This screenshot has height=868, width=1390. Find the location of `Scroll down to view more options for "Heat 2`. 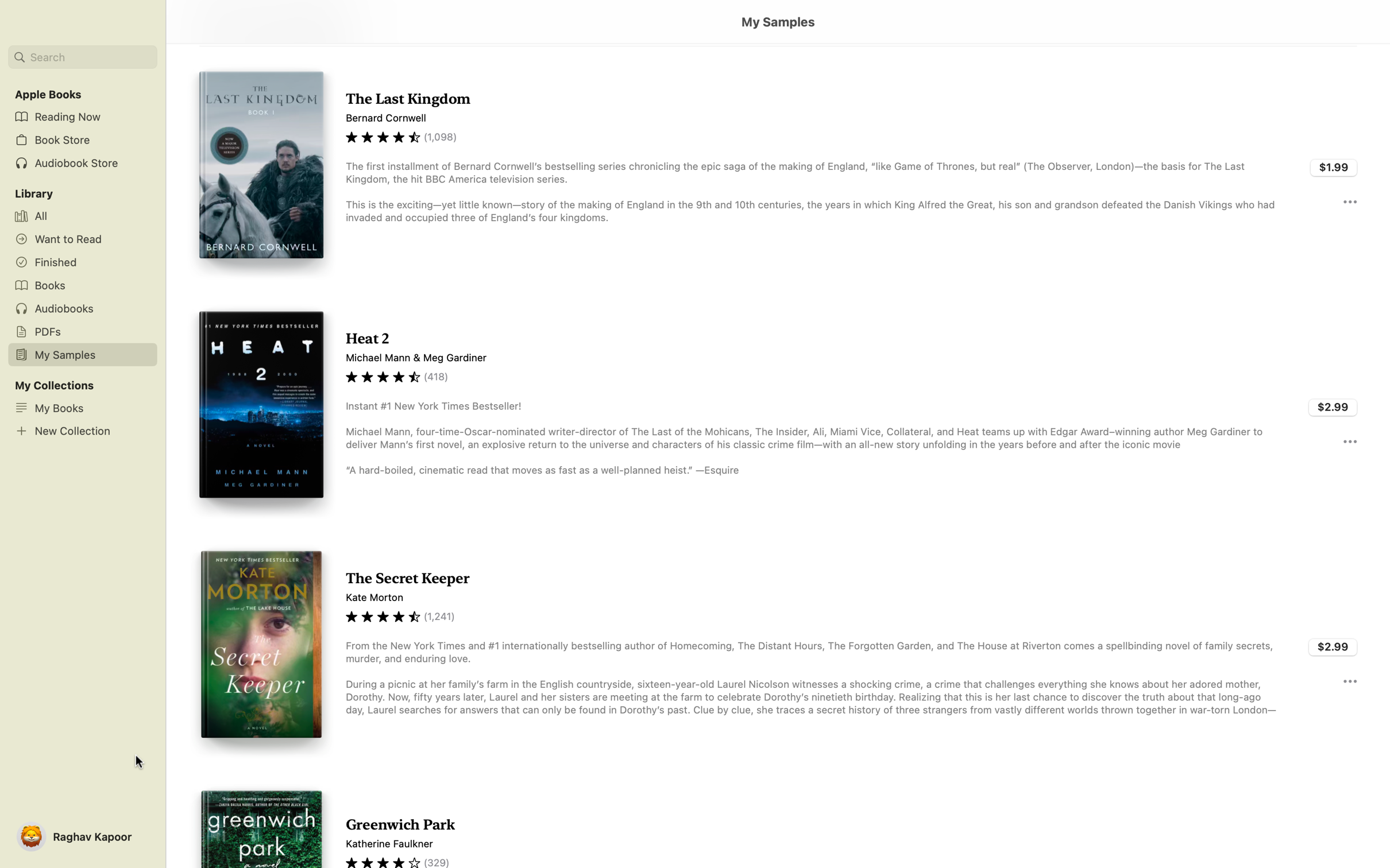

Scroll down to view more options for "Heat 2 is located at coordinates (4536265, 926156).